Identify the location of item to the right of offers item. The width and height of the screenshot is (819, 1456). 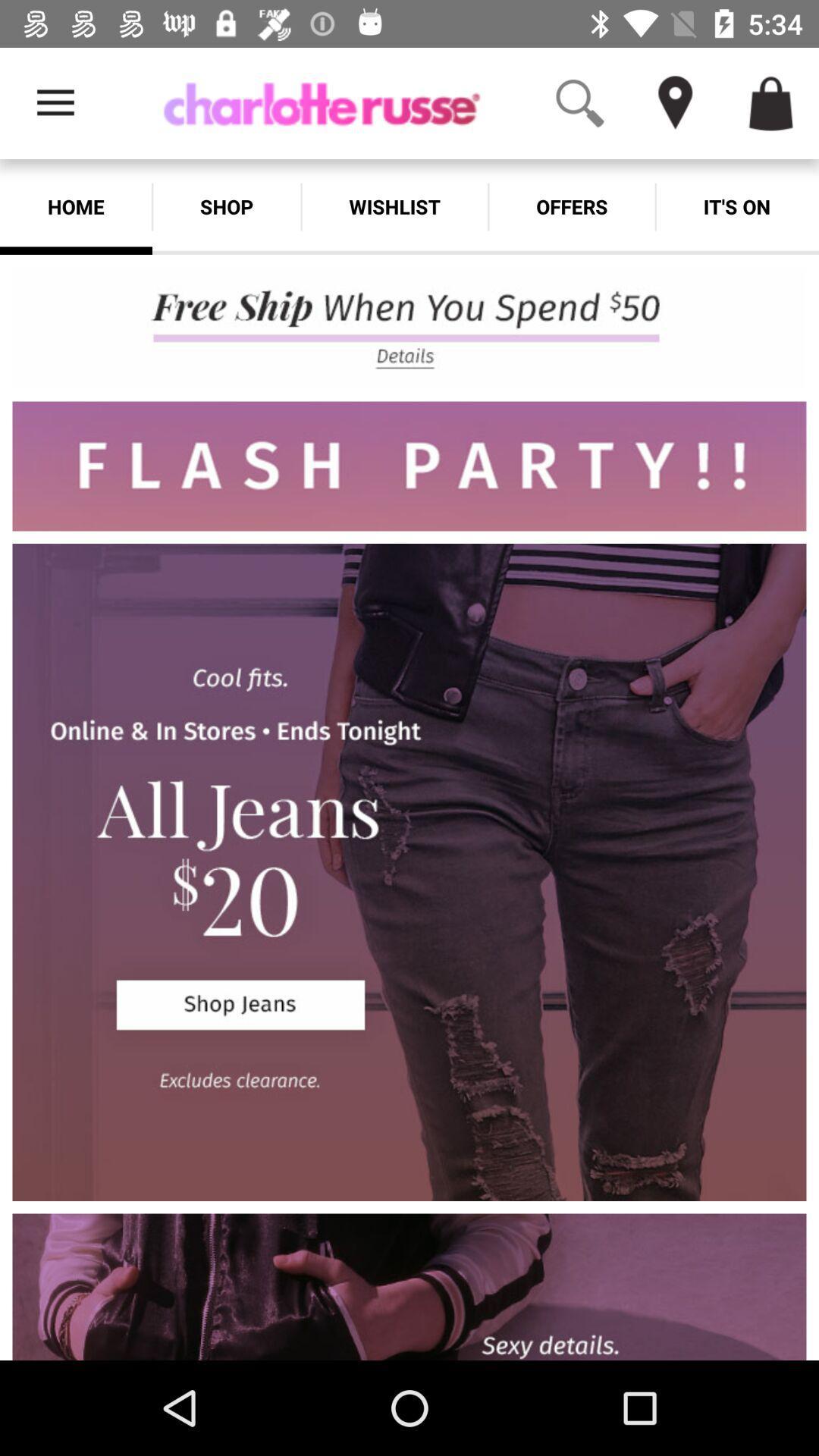
(736, 206).